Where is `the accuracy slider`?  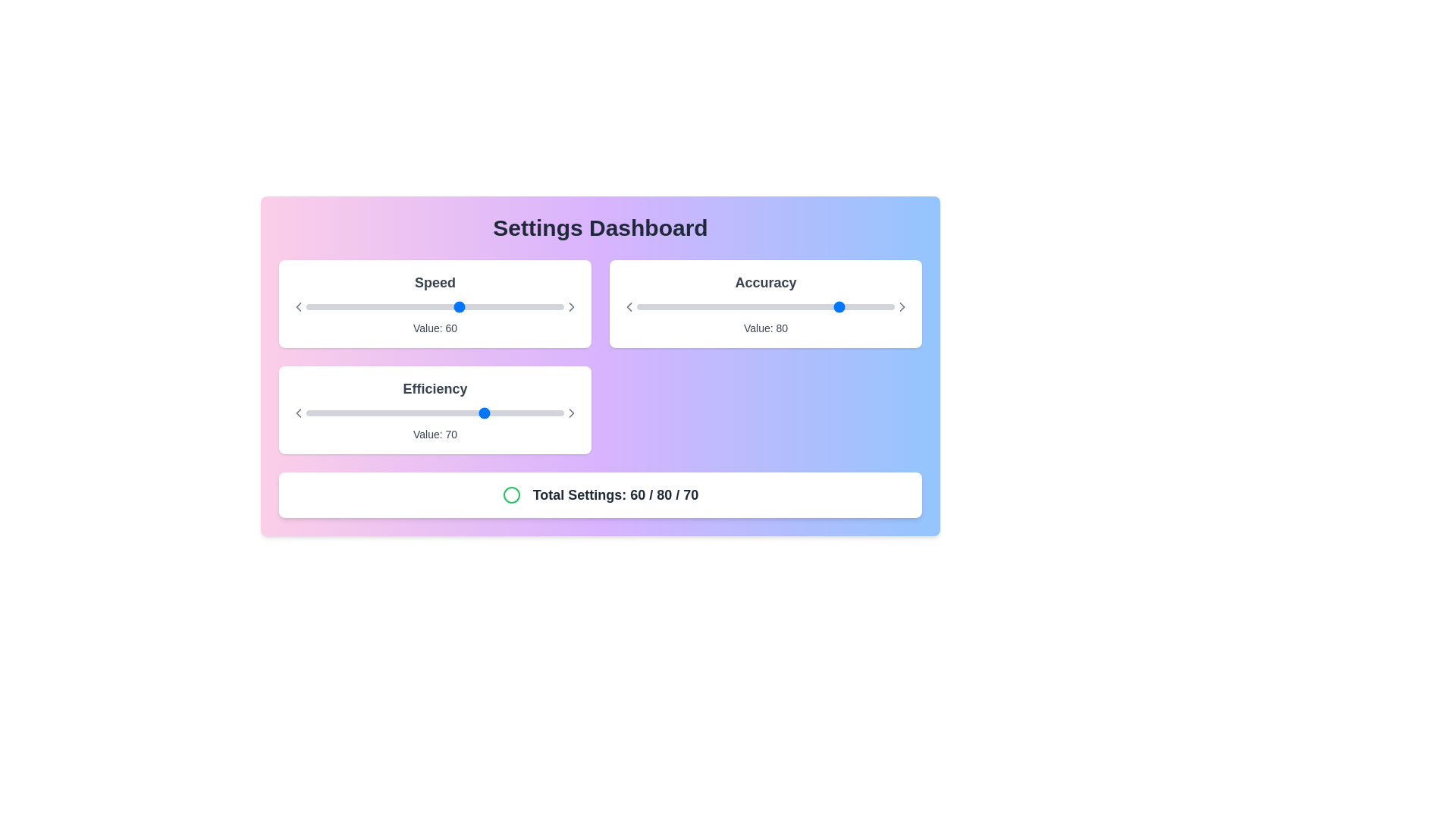
the accuracy slider is located at coordinates (685, 307).